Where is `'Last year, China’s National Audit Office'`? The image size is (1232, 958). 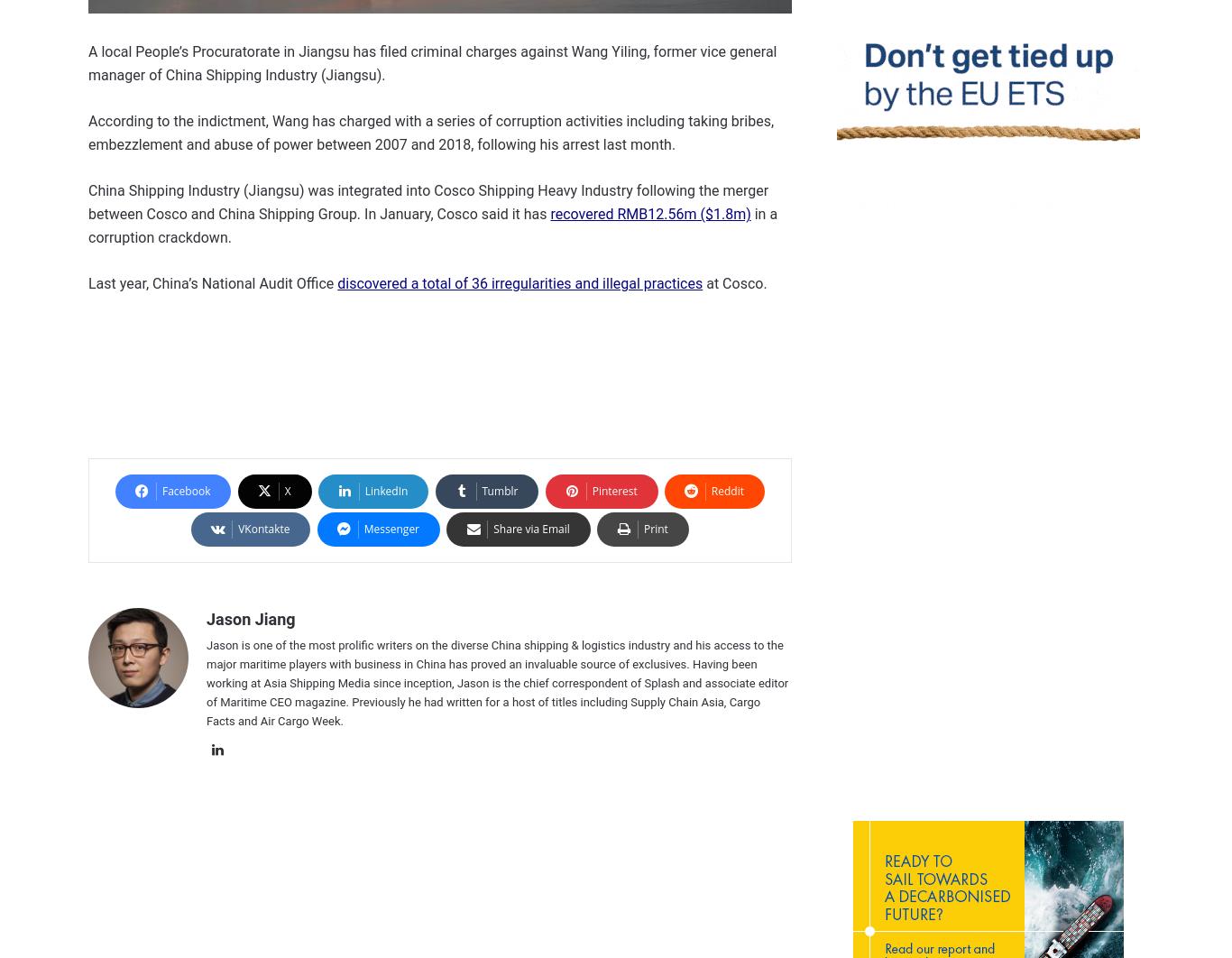 'Last year, China’s National Audit Office' is located at coordinates (213, 282).